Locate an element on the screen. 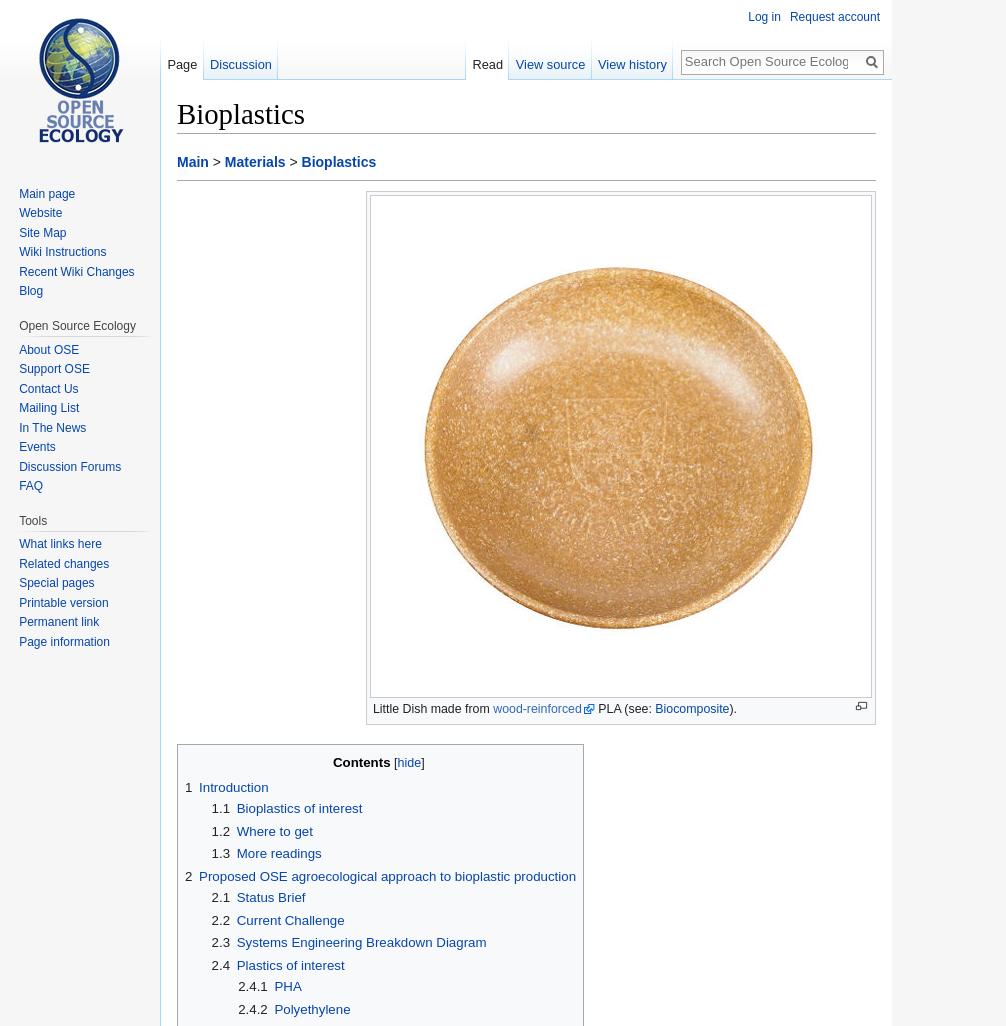 This screenshot has height=1026, width=1006. '2' is located at coordinates (188, 874).